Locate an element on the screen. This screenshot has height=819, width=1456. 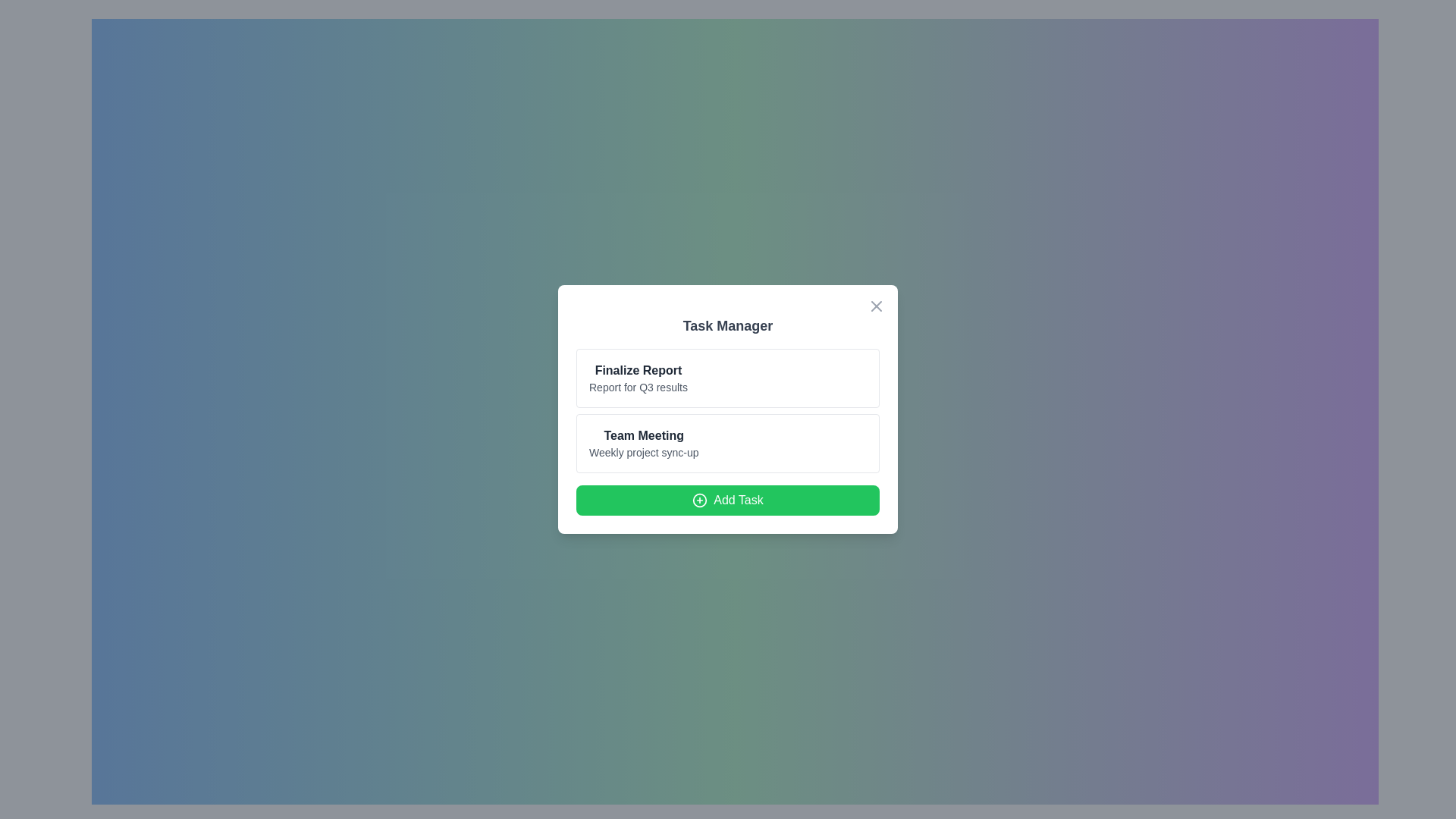
the static text label displaying 'Team Meeting' in bold dark gray font, which is positioned above the subtitle 'Weekly project sync-up' in the 'Task Manager' modal is located at coordinates (644, 435).